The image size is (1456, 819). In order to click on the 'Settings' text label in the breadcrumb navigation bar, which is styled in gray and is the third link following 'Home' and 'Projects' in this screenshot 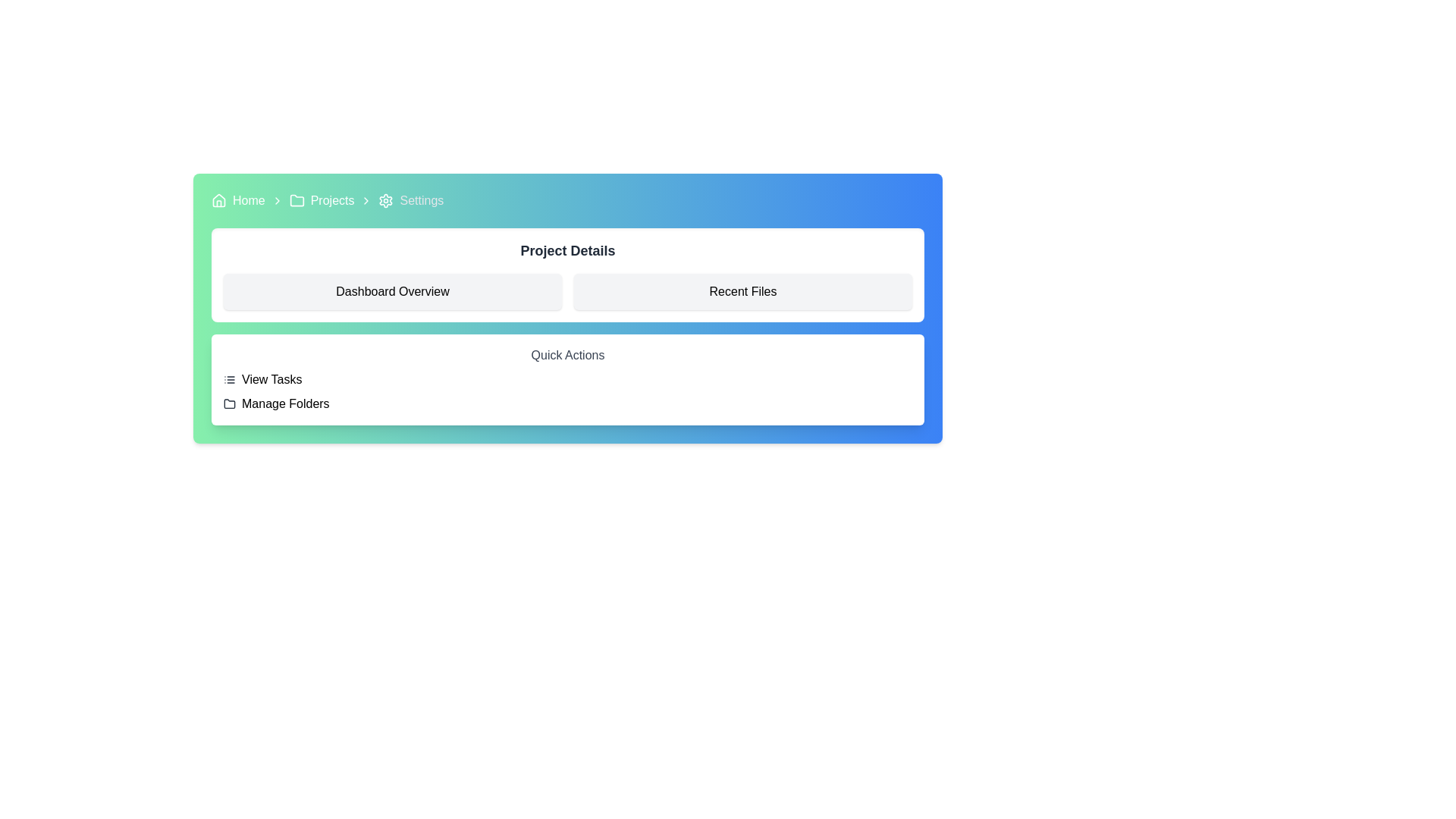, I will do `click(422, 200)`.